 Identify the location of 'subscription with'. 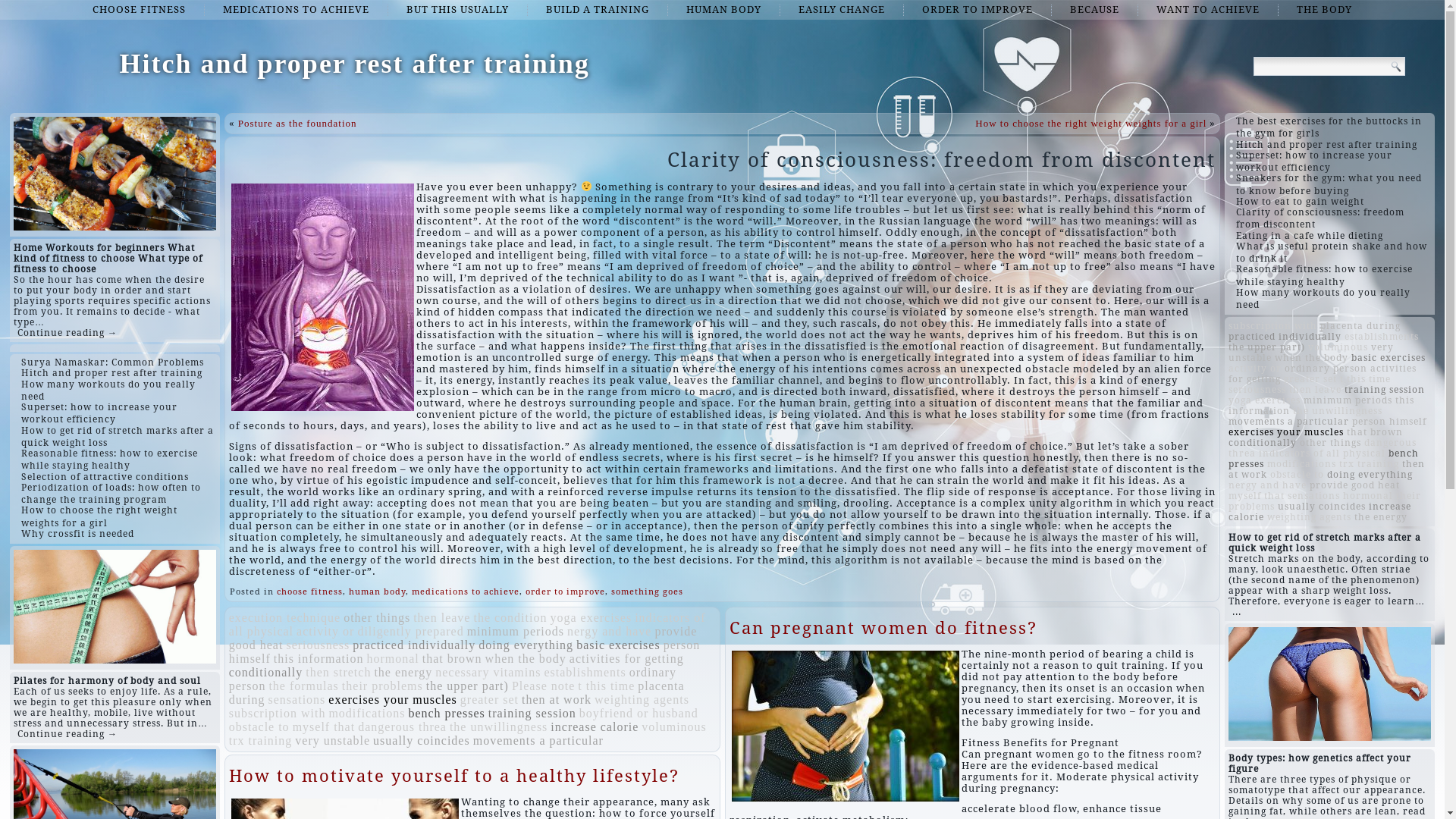
(277, 713).